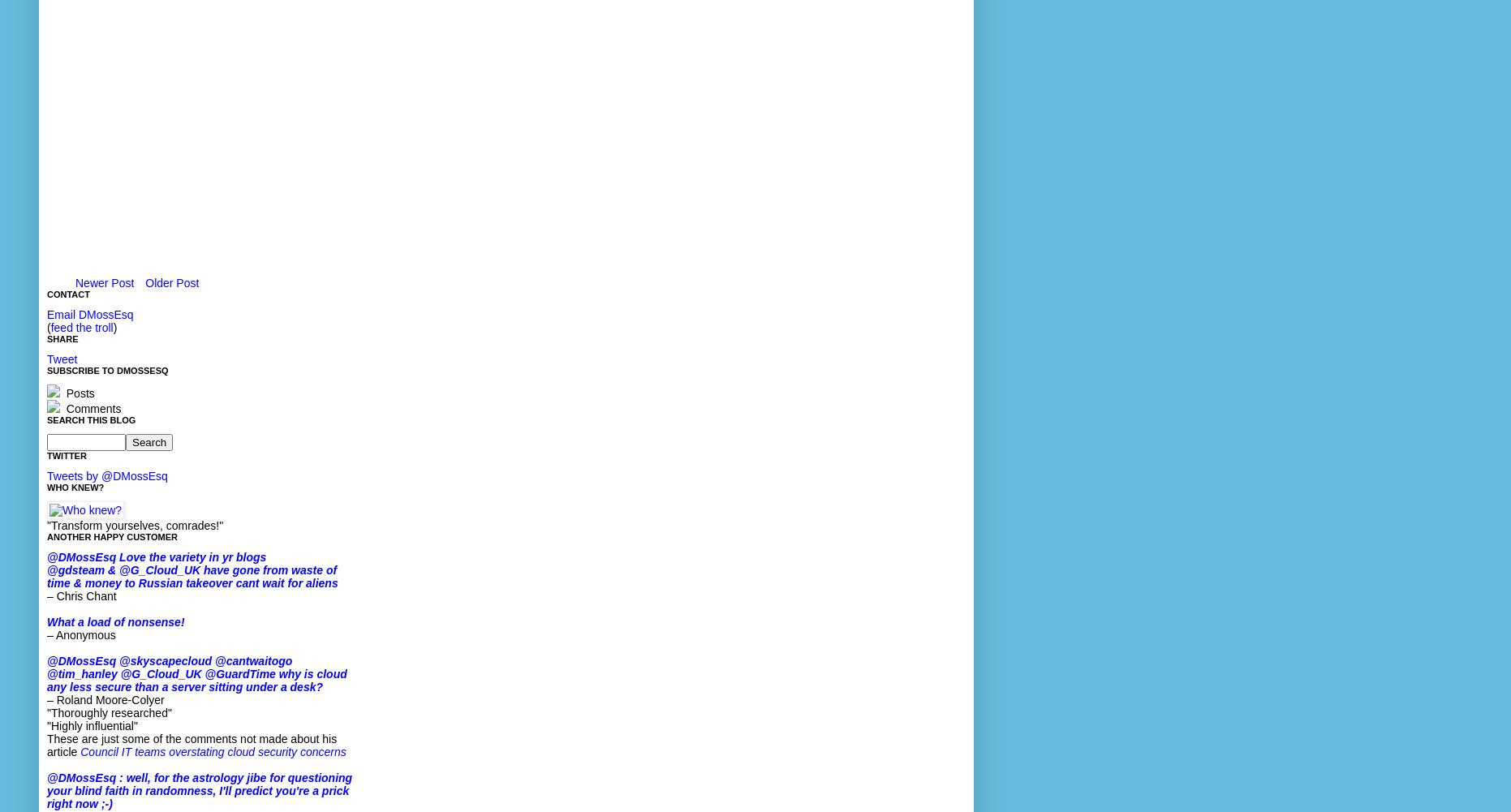 This screenshot has width=1511, height=812. I want to click on 'Search This Blog', so click(91, 419).